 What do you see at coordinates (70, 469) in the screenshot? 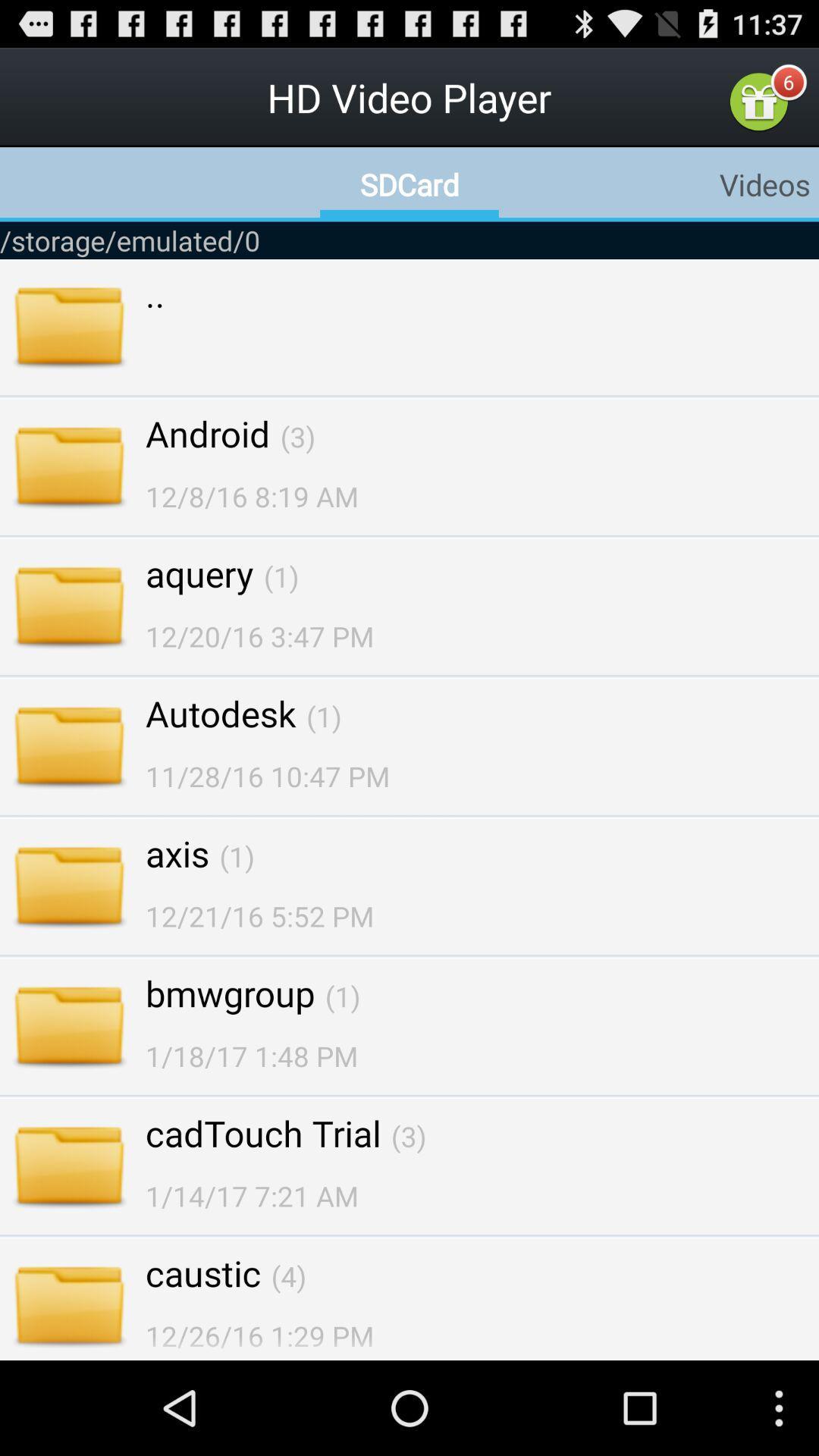
I see `the file icon beside android` at bounding box center [70, 469].